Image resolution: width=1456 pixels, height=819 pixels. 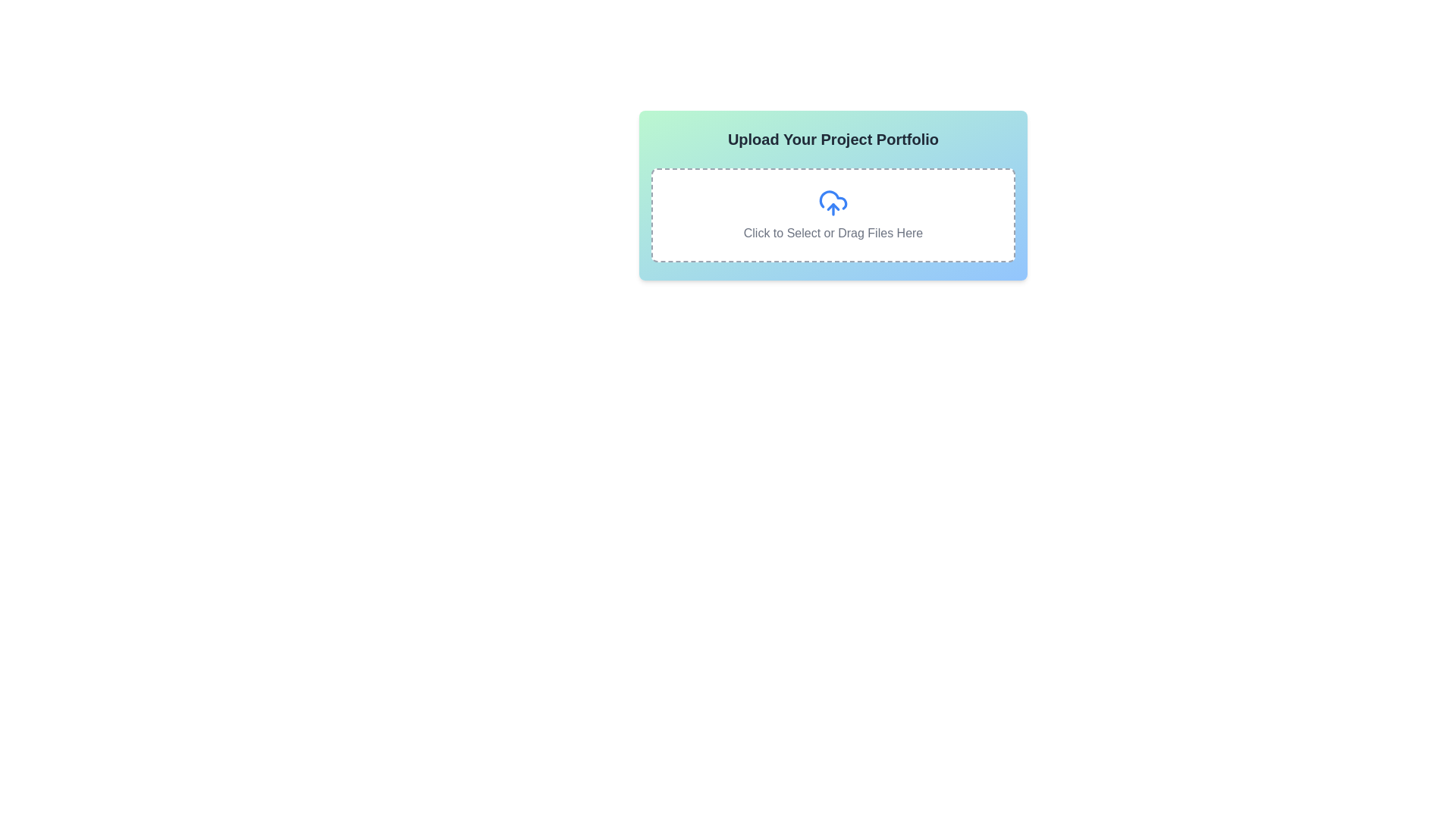 I want to click on files over the cloud icon with an upward-facing arrow for upload, which is located at the center of the dotted rectangle above the text 'Click, so click(x=833, y=202).